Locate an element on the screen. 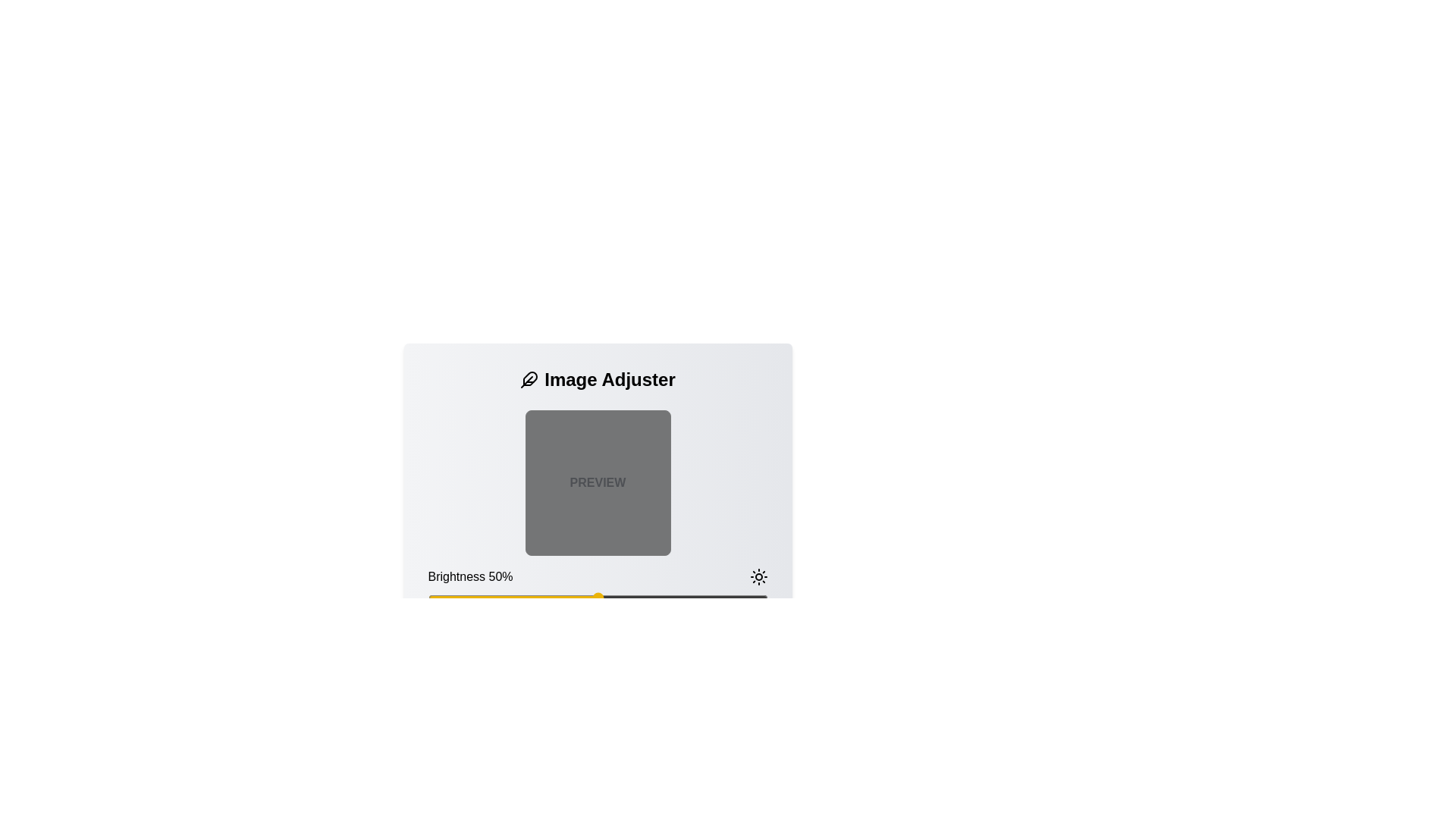 The height and width of the screenshot is (819, 1456). the slider is located at coordinates (468, 598).